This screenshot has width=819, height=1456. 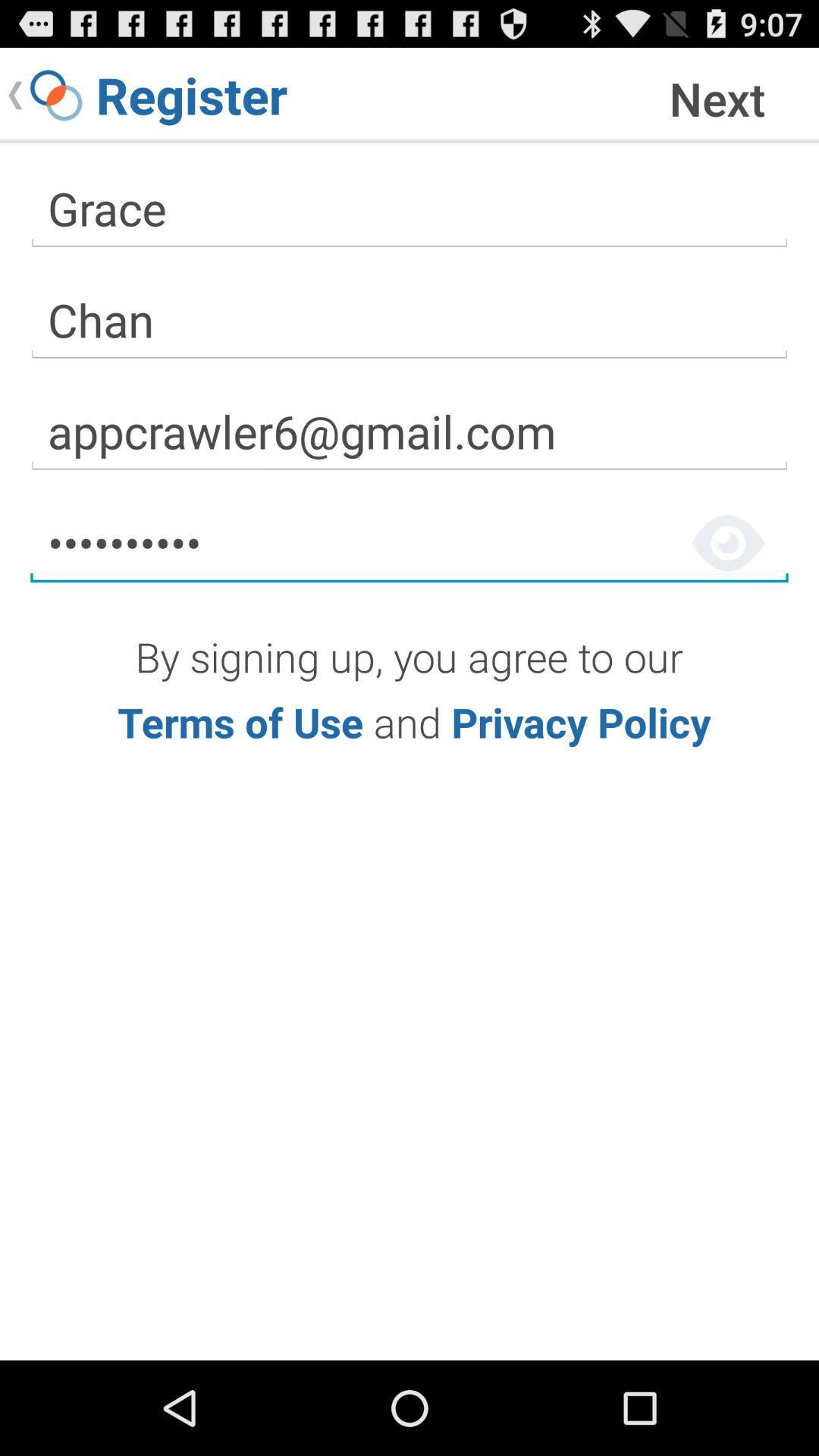 I want to click on the text field written as chan, so click(x=409, y=319).